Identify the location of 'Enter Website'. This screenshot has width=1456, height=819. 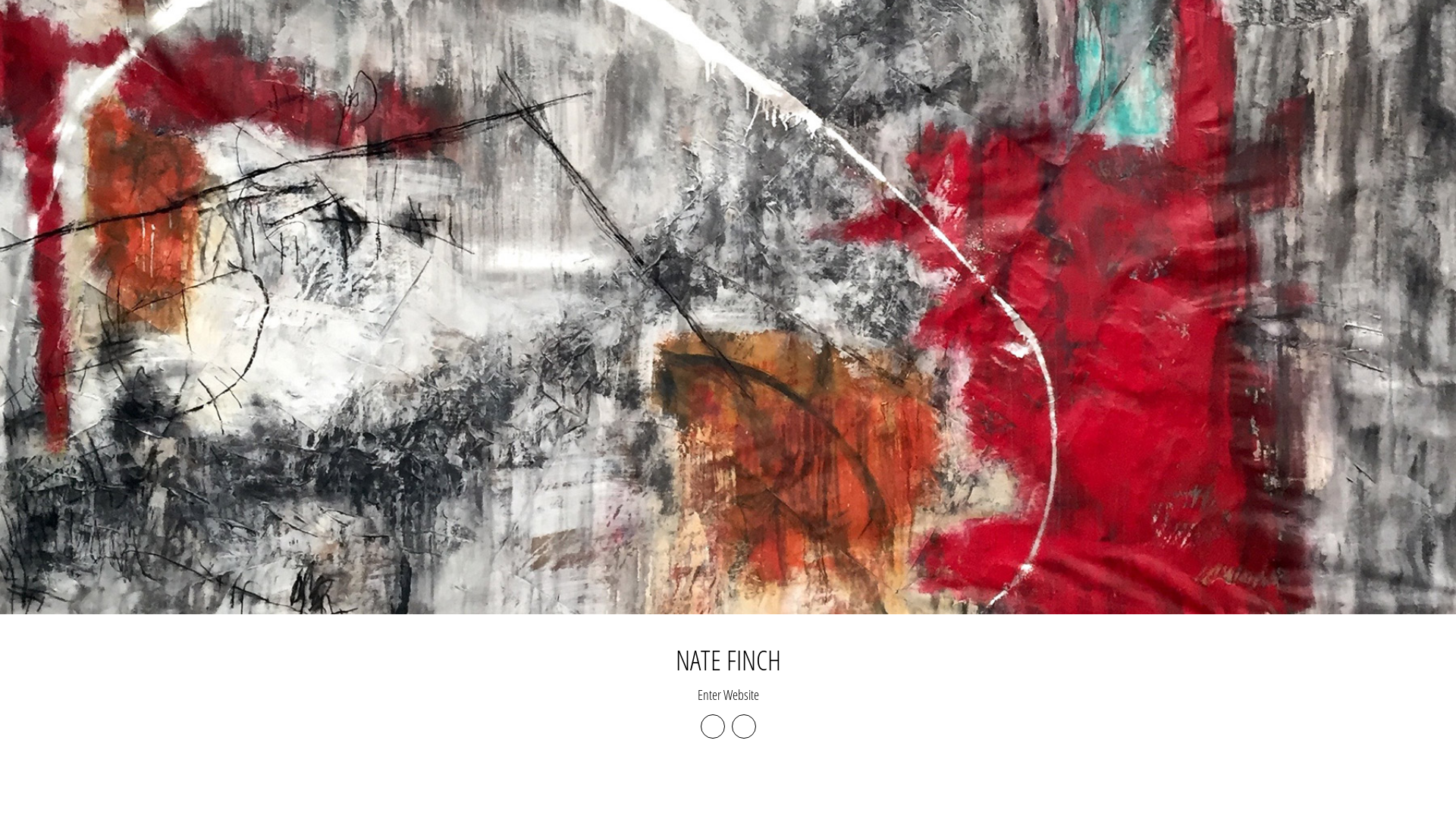
(697, 695).